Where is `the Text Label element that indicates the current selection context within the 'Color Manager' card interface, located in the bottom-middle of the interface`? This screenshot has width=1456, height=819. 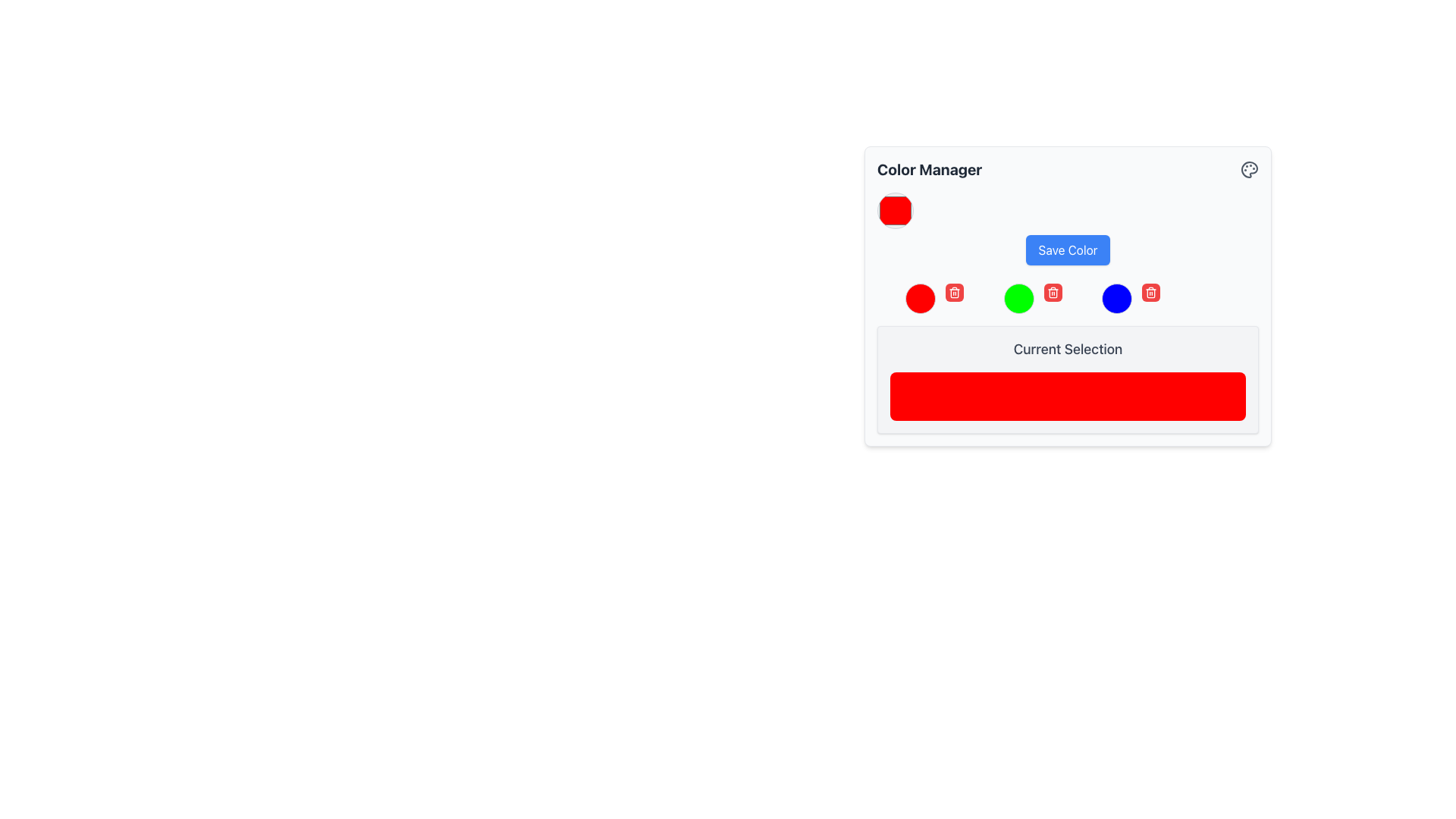
the Text Label element that indicates the current selection context within the 'Color Manager' card interface, located in the bottom-middle of the interface is located at coordinates (1067, 350).